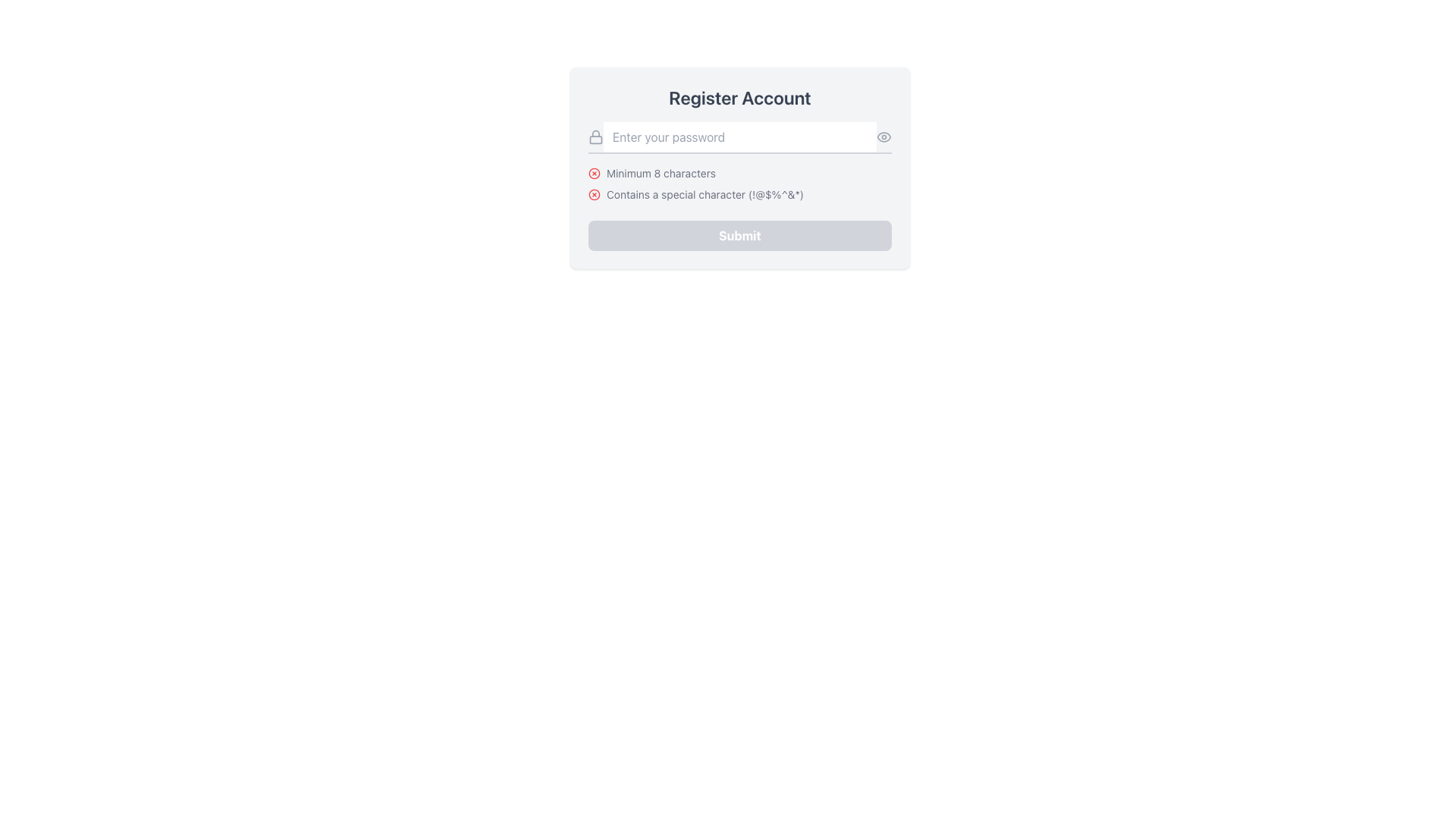  I want to click on informational static text that indicates password requirements, specifically the message about containing a special character (!@$%^&*), which is located below the 'Enter your password' input field, so click(704, 194).